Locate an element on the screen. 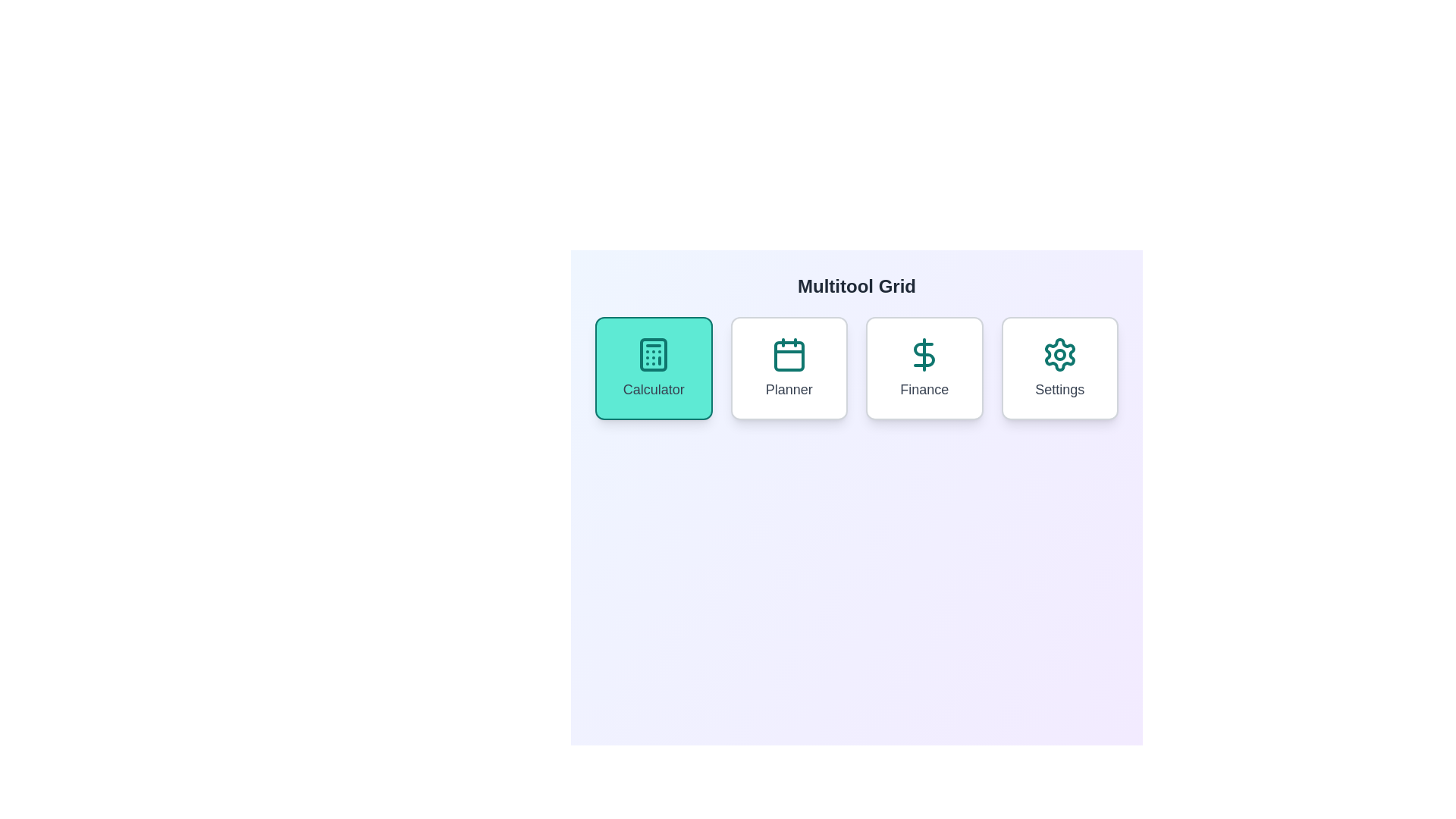  the 'Finance' navigation card, which is the third card in a grid layout is located at coordinates (924, 369).